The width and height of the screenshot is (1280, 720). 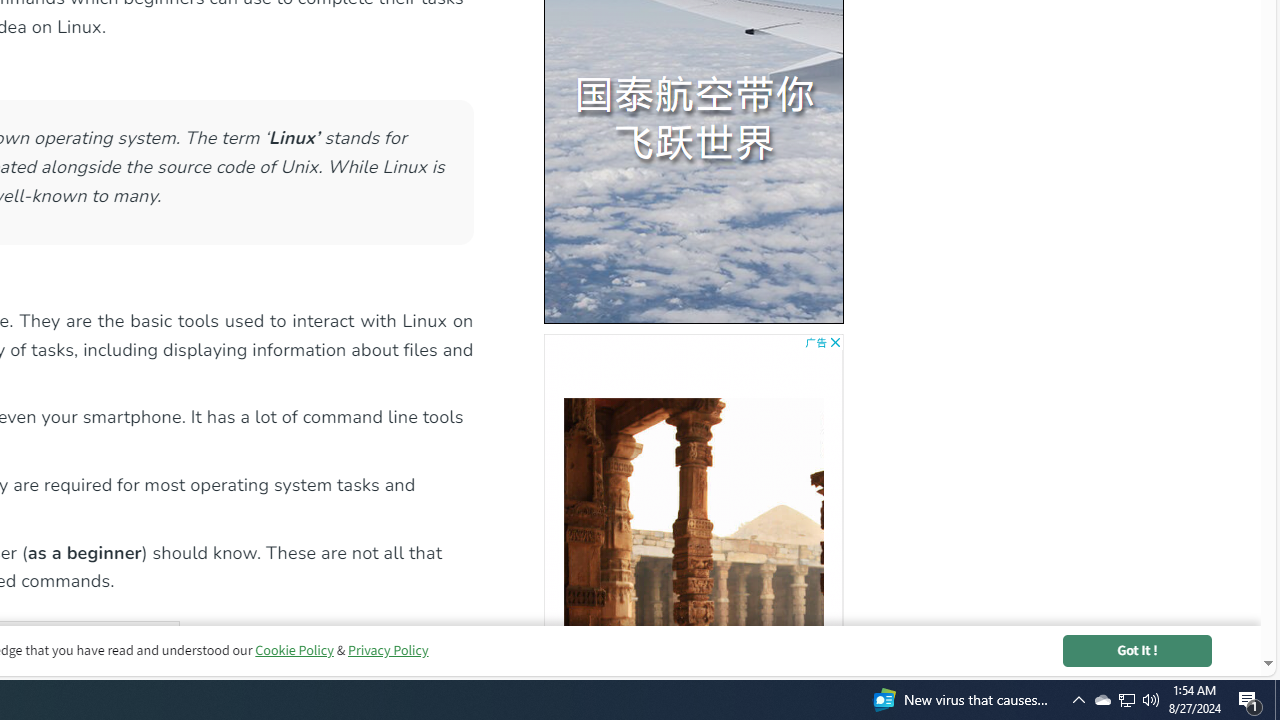 I want to click on 'Got It !', so click(x=1137, y=650).